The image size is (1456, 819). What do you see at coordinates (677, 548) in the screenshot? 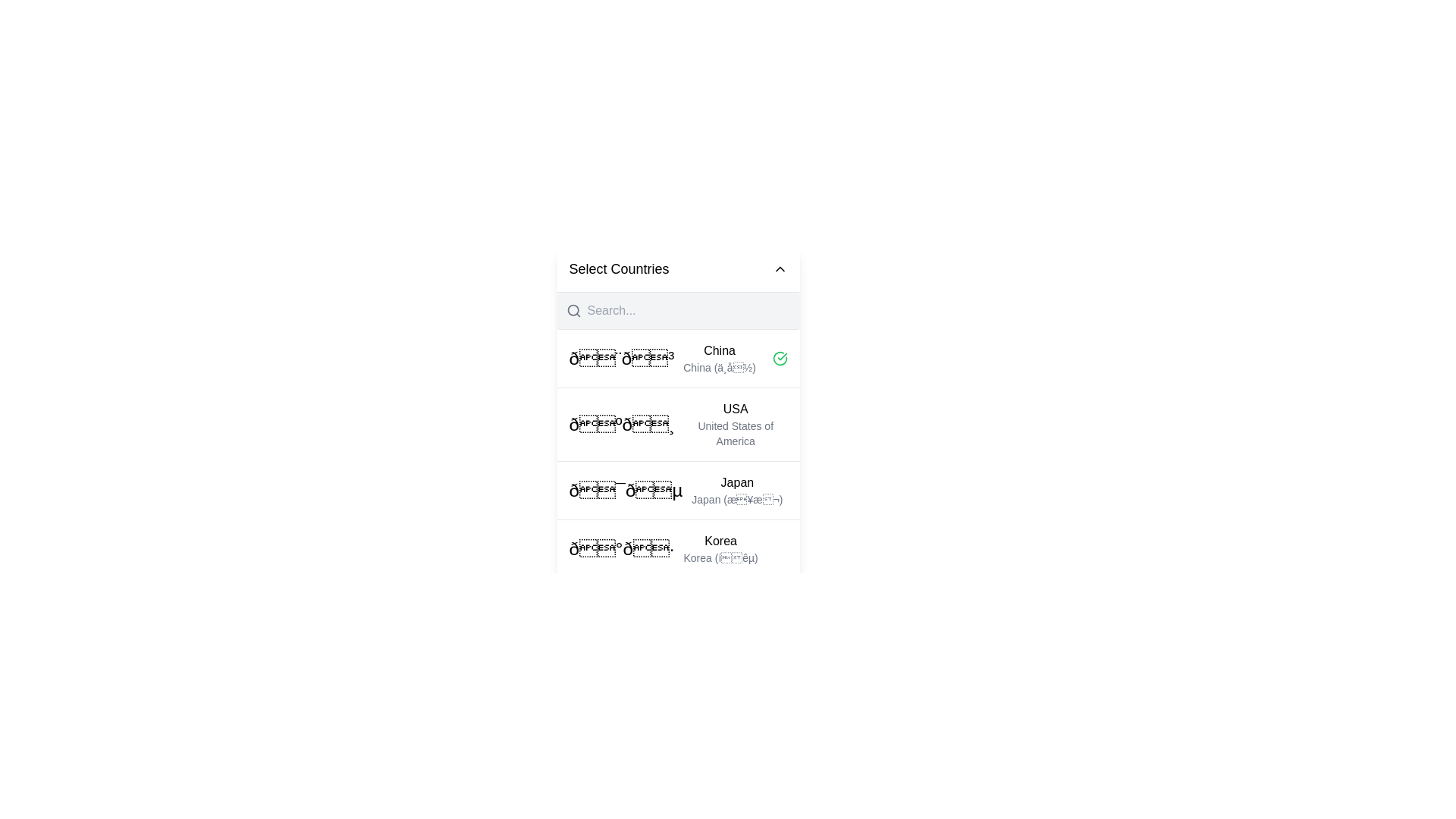
I see `the selectable list item for 'Korea'` at bounding box center [677, 548].